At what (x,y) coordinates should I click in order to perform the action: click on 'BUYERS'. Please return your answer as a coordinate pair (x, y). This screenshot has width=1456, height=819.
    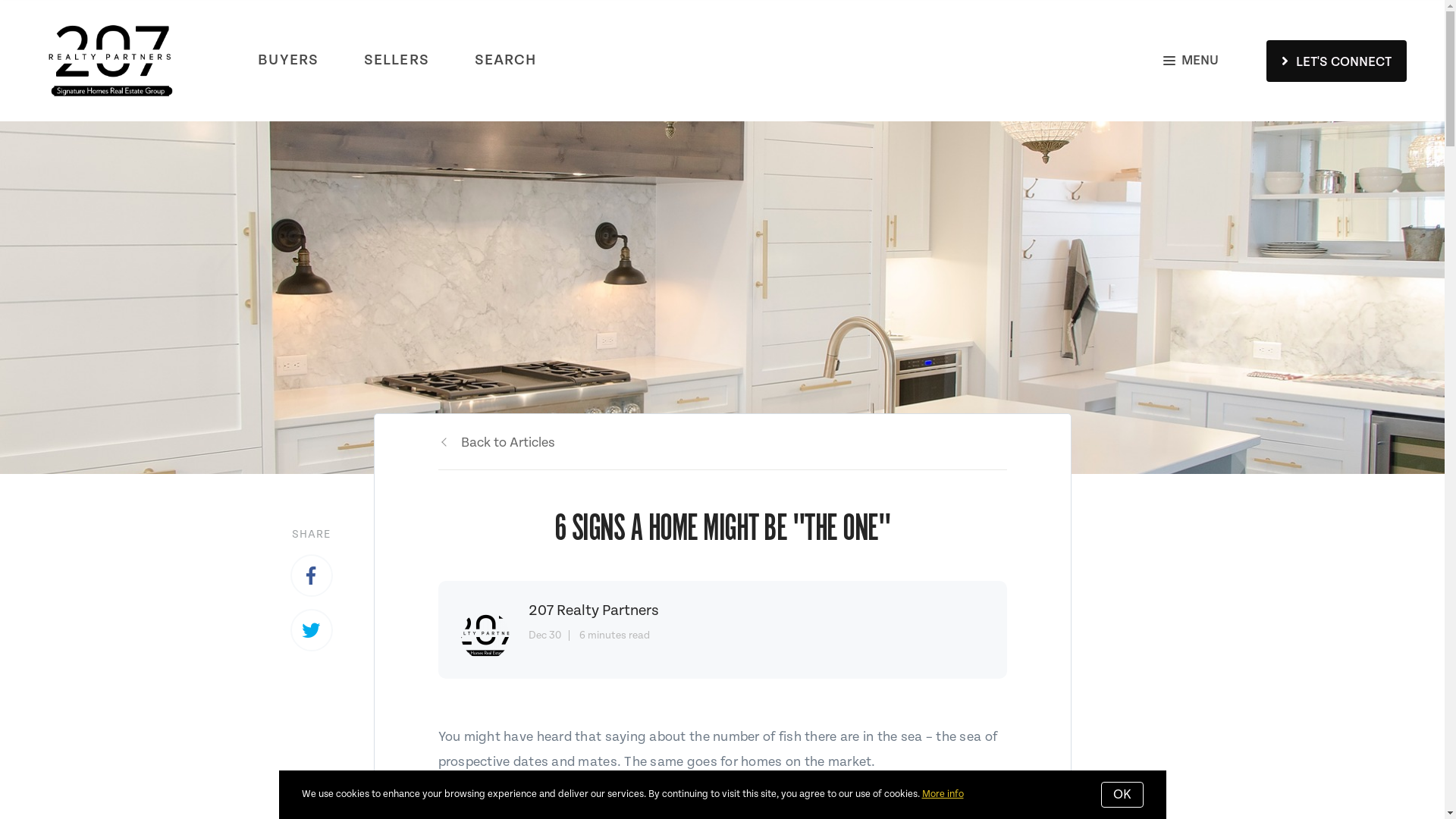
    Looking at the image, I should click on (287, 60).